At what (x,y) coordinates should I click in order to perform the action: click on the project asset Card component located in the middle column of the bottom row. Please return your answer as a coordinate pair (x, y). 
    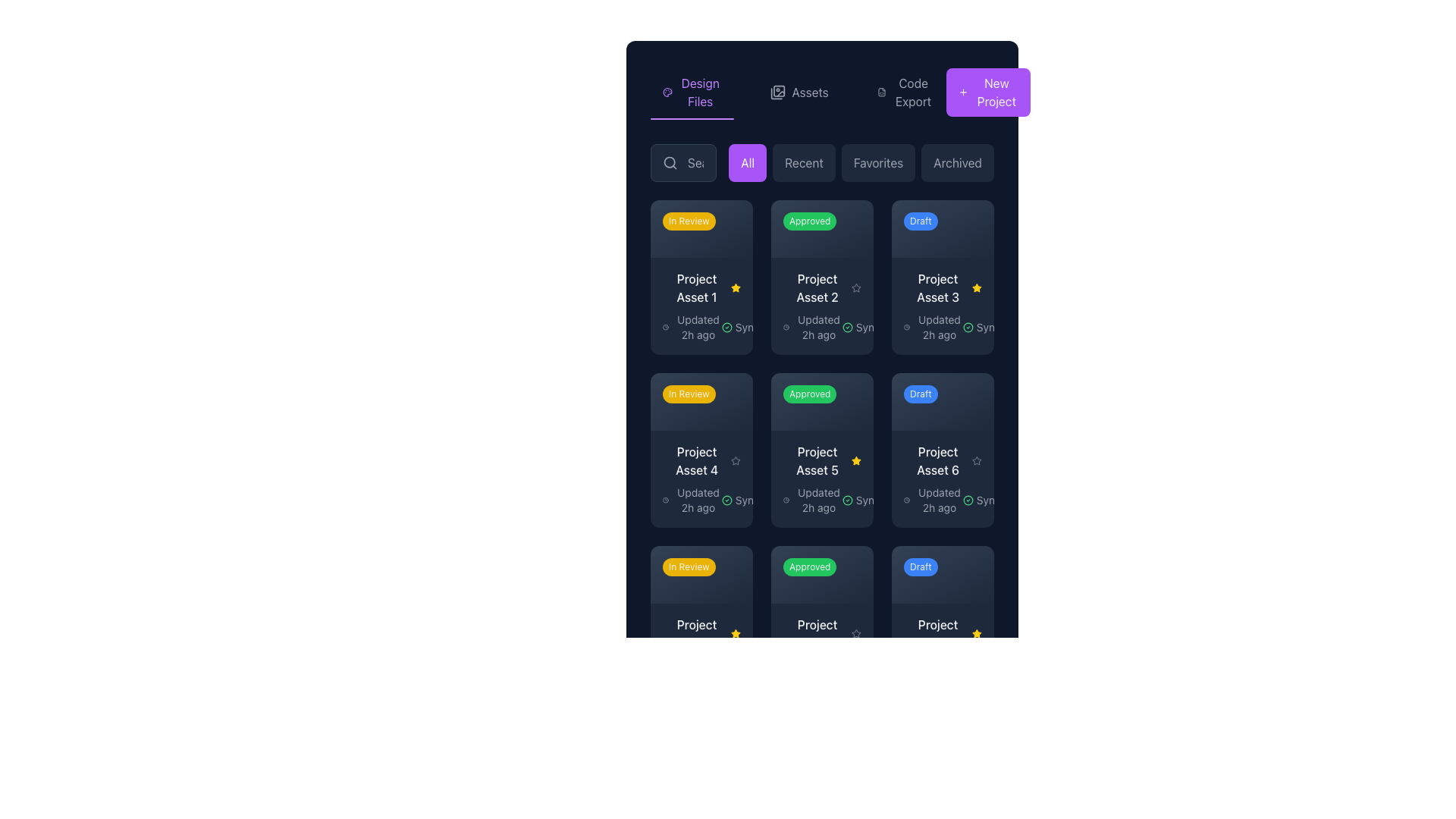
    Looking at the image, I should click on (821, 651).